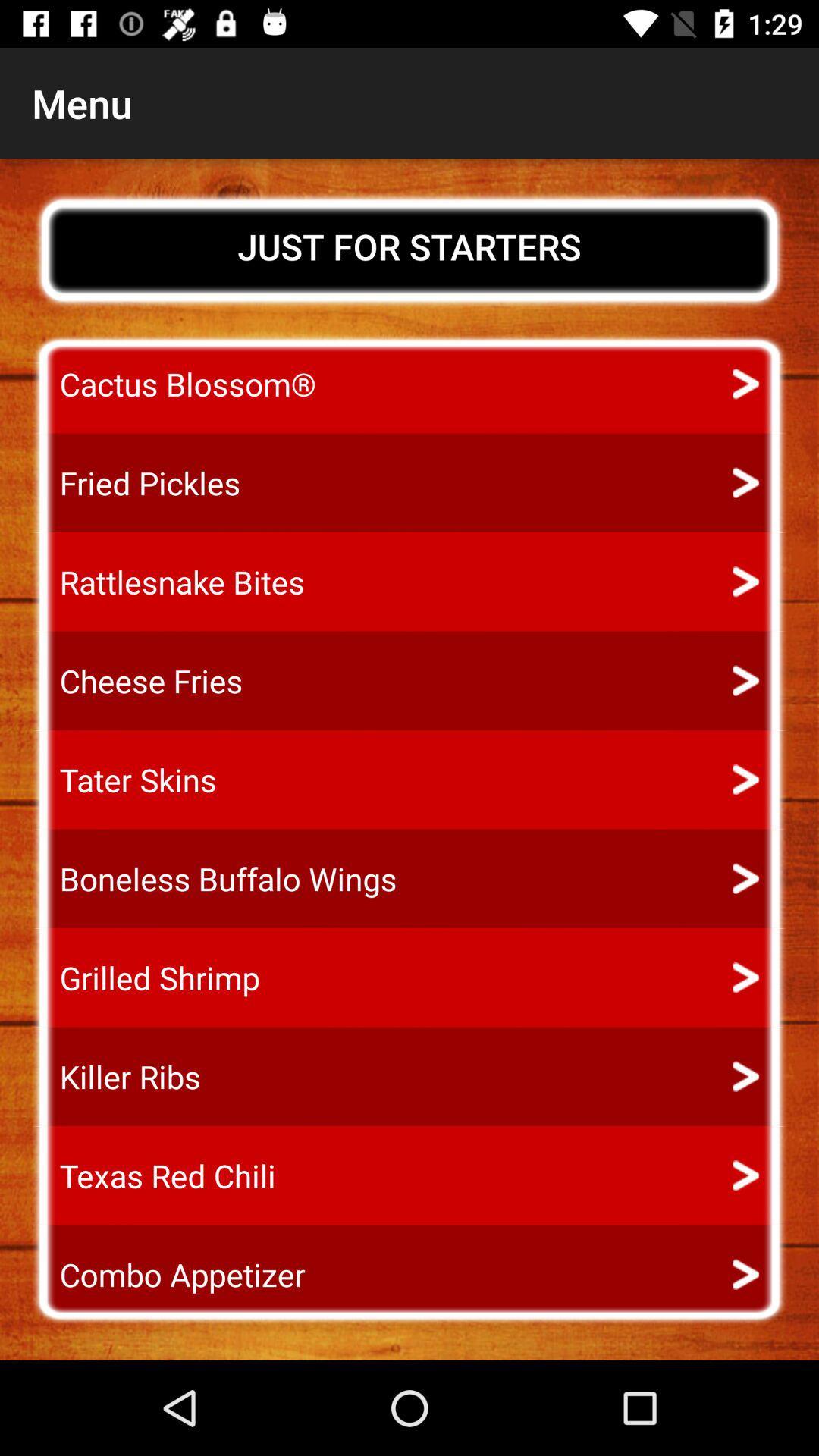  Describe the element at coordinates (168, 581) in the screenshot. I see `icon above the cheese fries` at that location.